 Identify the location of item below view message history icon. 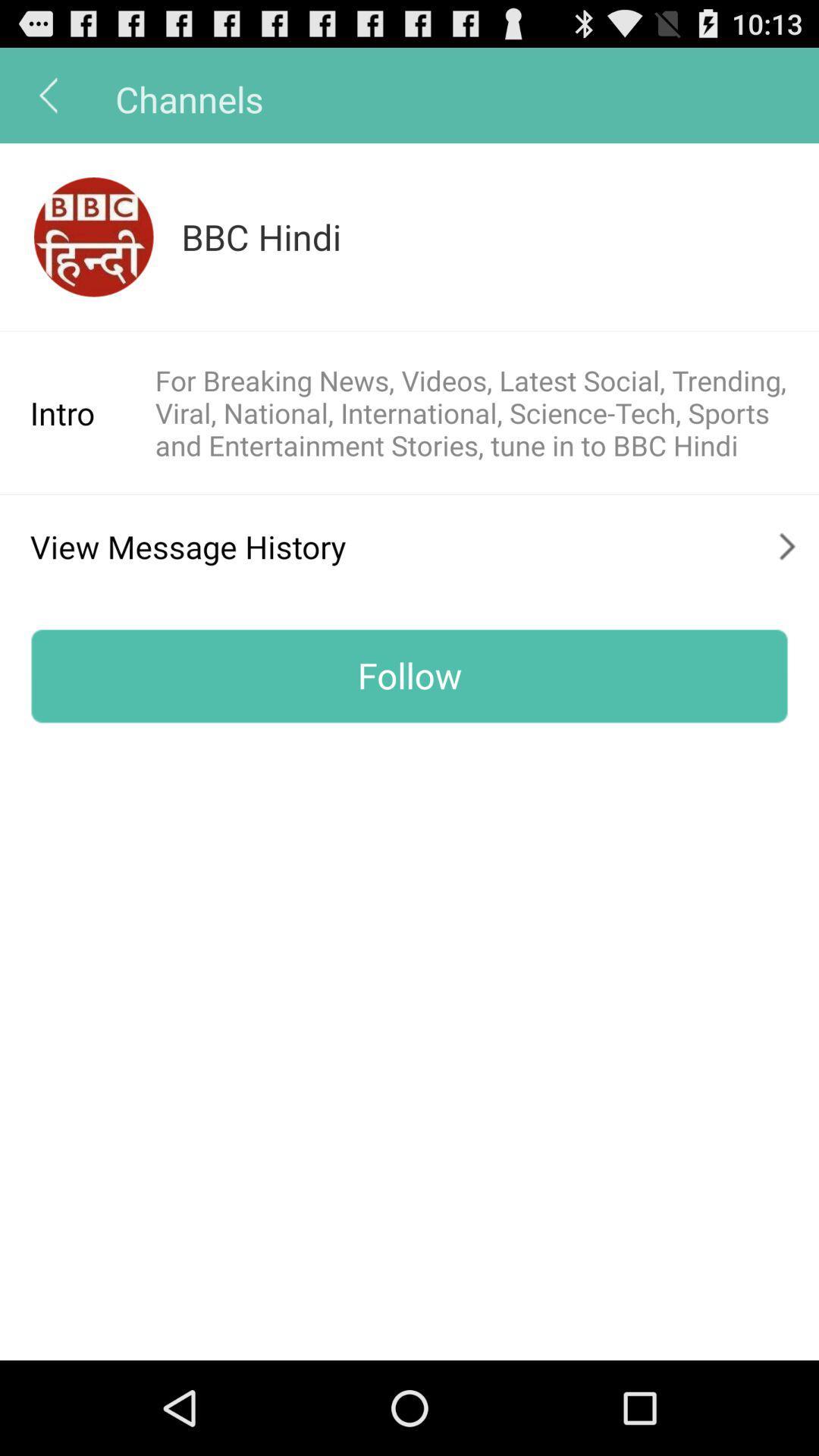
(409, 675).